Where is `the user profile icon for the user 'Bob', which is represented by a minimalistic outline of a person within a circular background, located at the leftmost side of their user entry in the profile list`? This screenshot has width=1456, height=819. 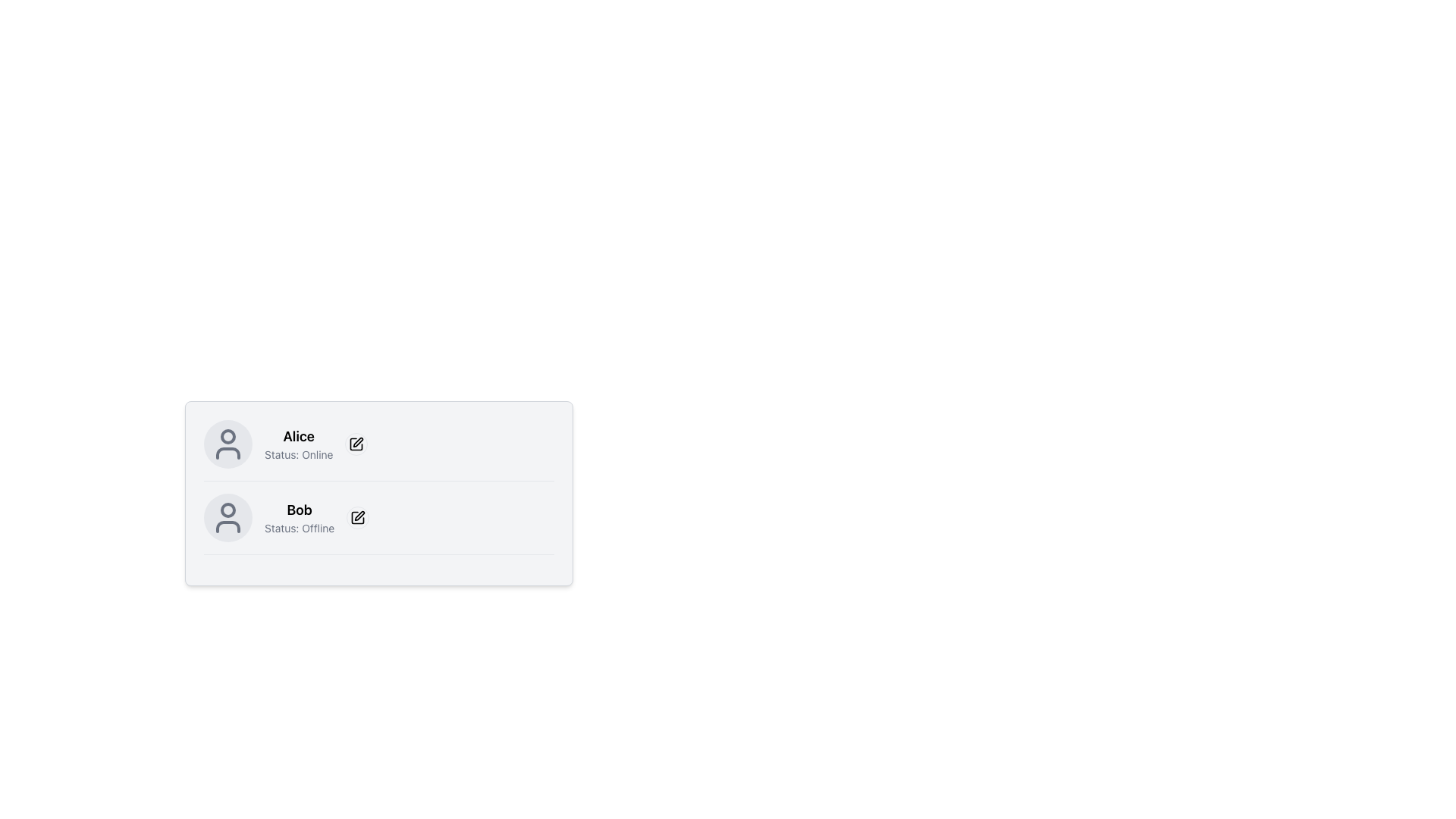 the user profile icon for the user 'Bob', which is represented by a minimalistic outline of a person within a circular background, located at the leftmost side of their user entry in the profile list is located at coordinates (227, 516).